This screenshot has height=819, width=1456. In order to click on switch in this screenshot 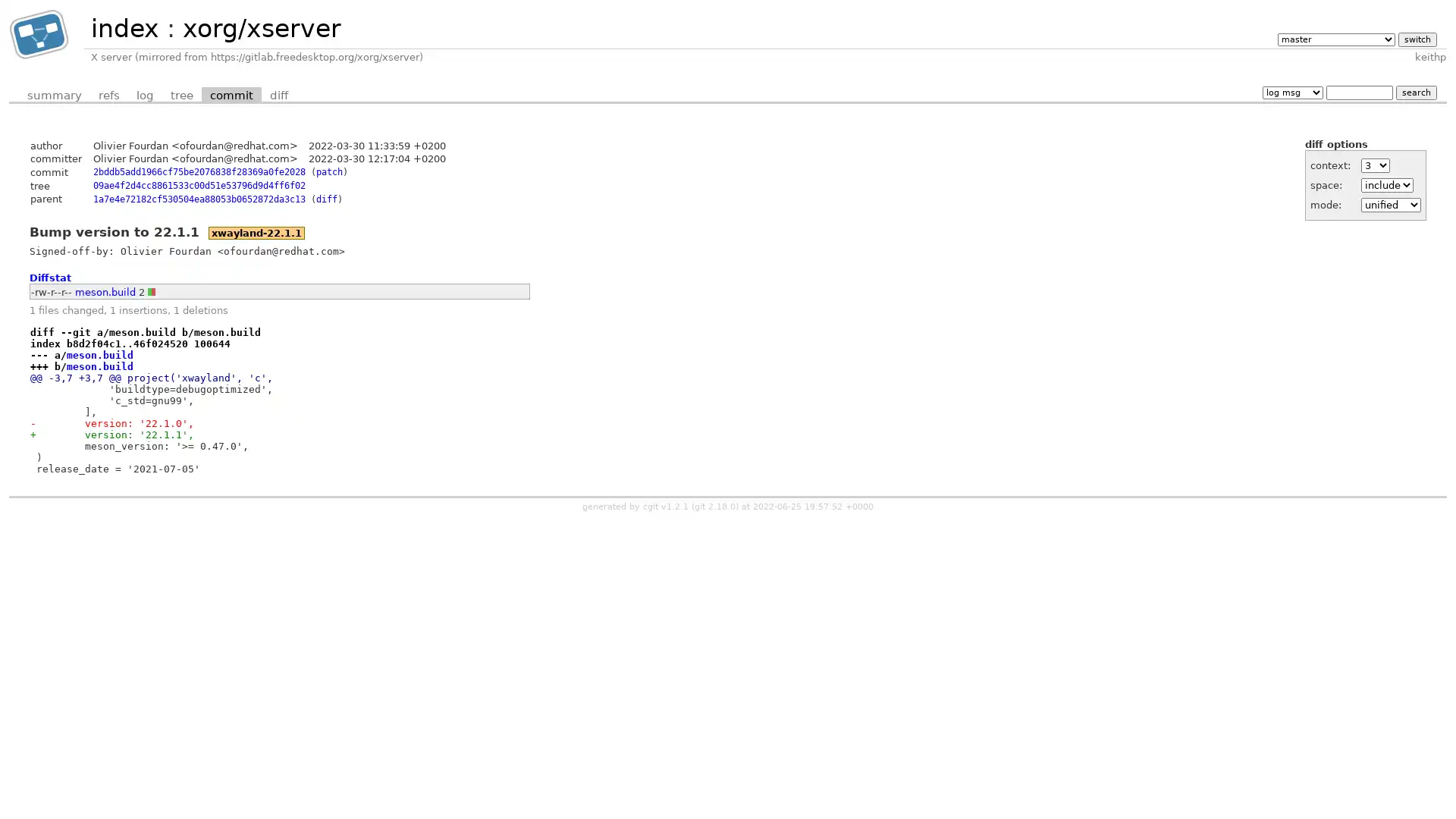, I will do `click(1416, 38)`.